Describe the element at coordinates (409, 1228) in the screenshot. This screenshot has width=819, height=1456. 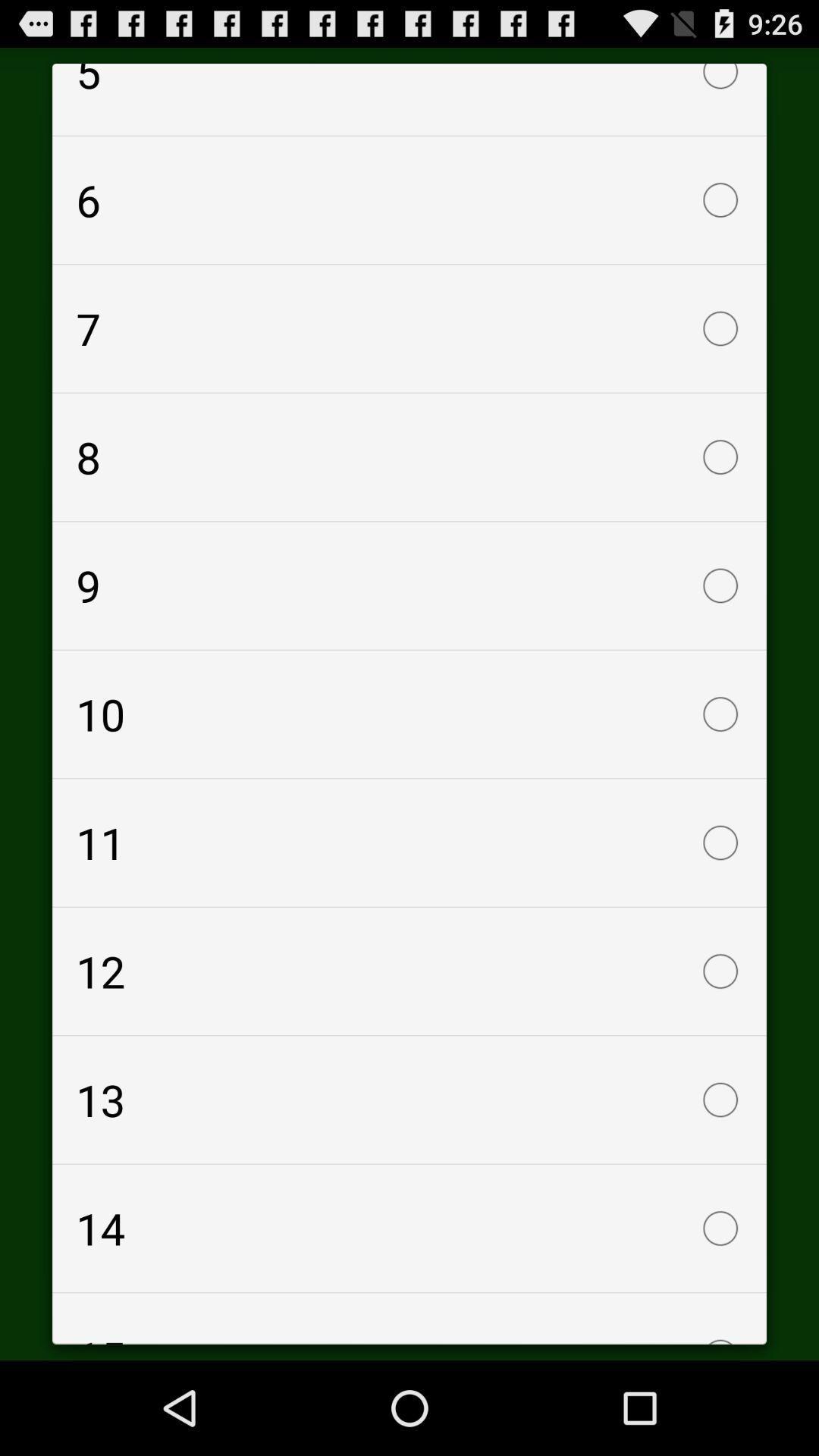
I see `checkbox above 15 icon` at that location.